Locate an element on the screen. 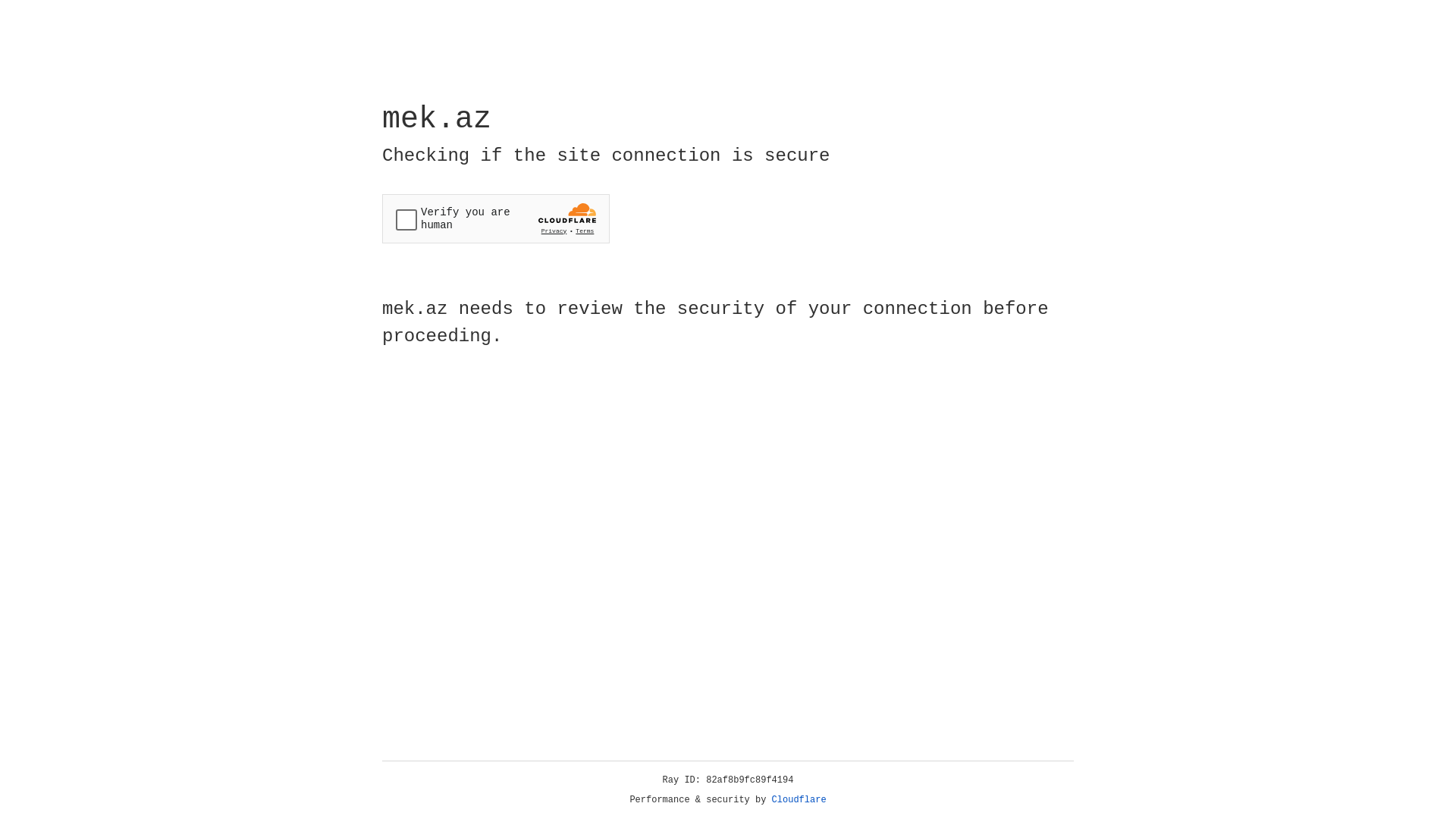 This screenshot has height=819, width=1456. 'Widget containing a Cloudflare security challenge' is located at coordinates (495, 218).